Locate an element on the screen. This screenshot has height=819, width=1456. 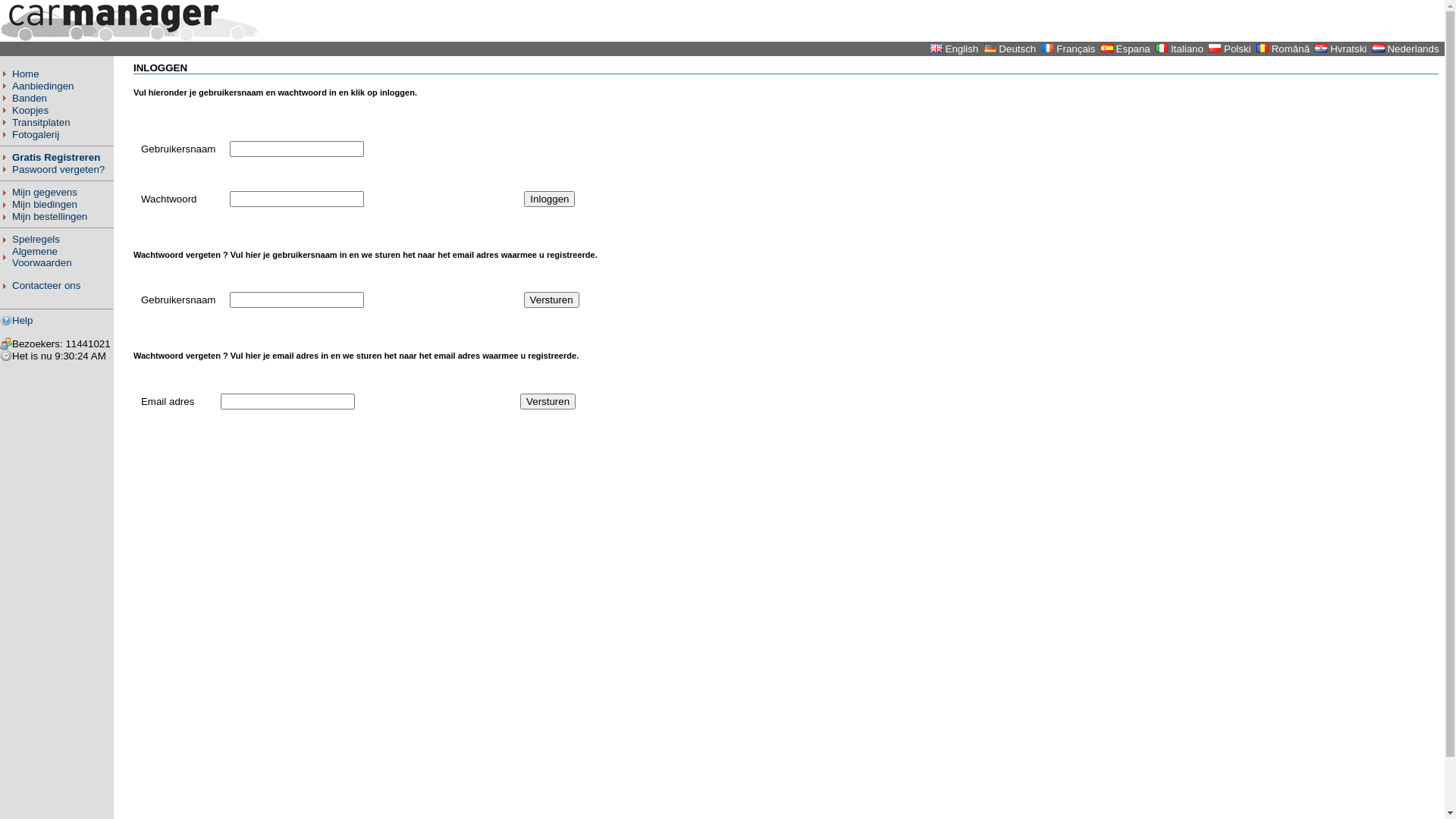
'Help' is located at coordinates (22, 319).